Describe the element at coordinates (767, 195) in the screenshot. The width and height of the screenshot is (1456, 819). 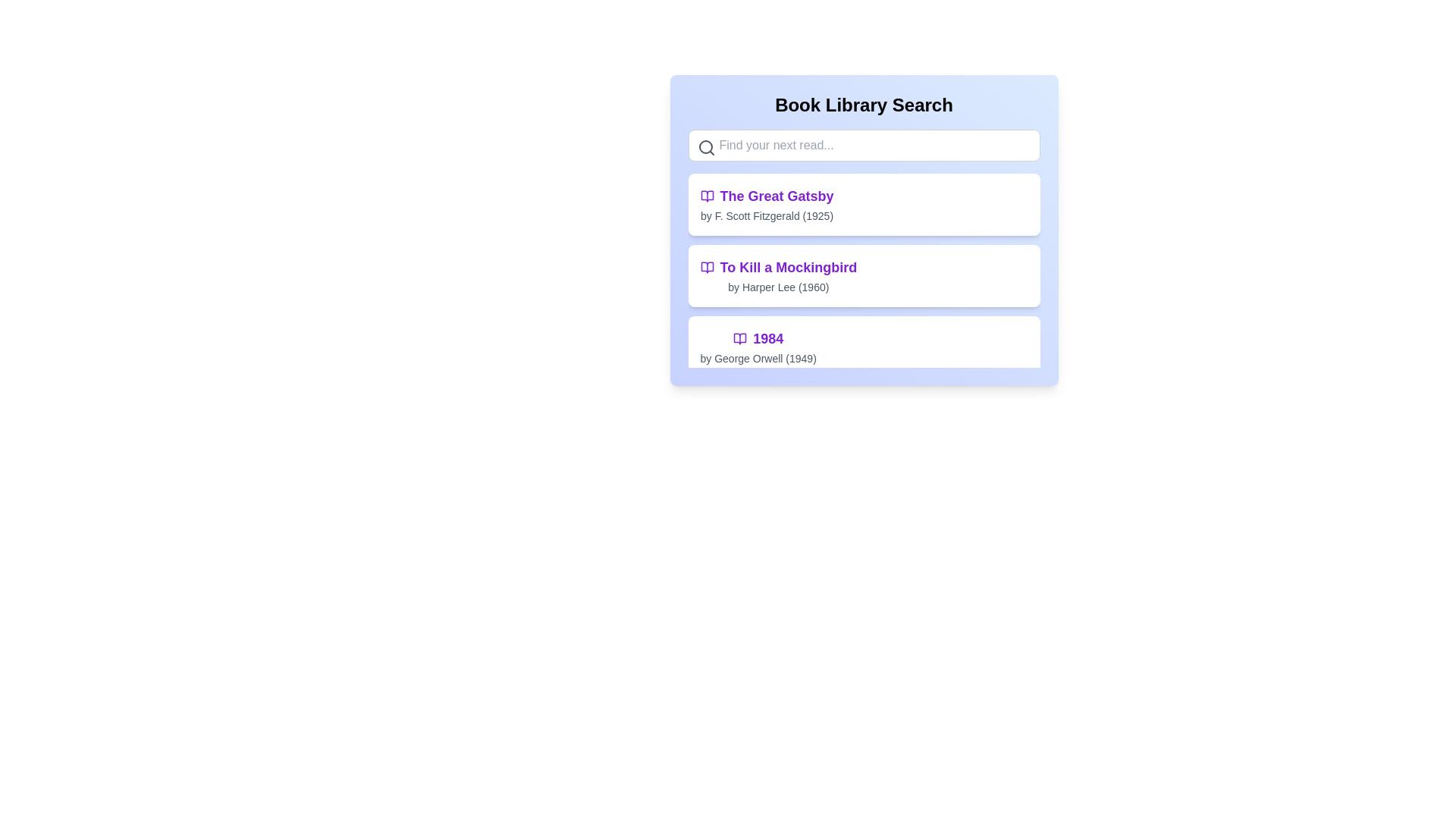
I see `the text label titled 'The Great Gatsby' located in the book search interface, which is the first title in the vertical list of book titles` at that location.